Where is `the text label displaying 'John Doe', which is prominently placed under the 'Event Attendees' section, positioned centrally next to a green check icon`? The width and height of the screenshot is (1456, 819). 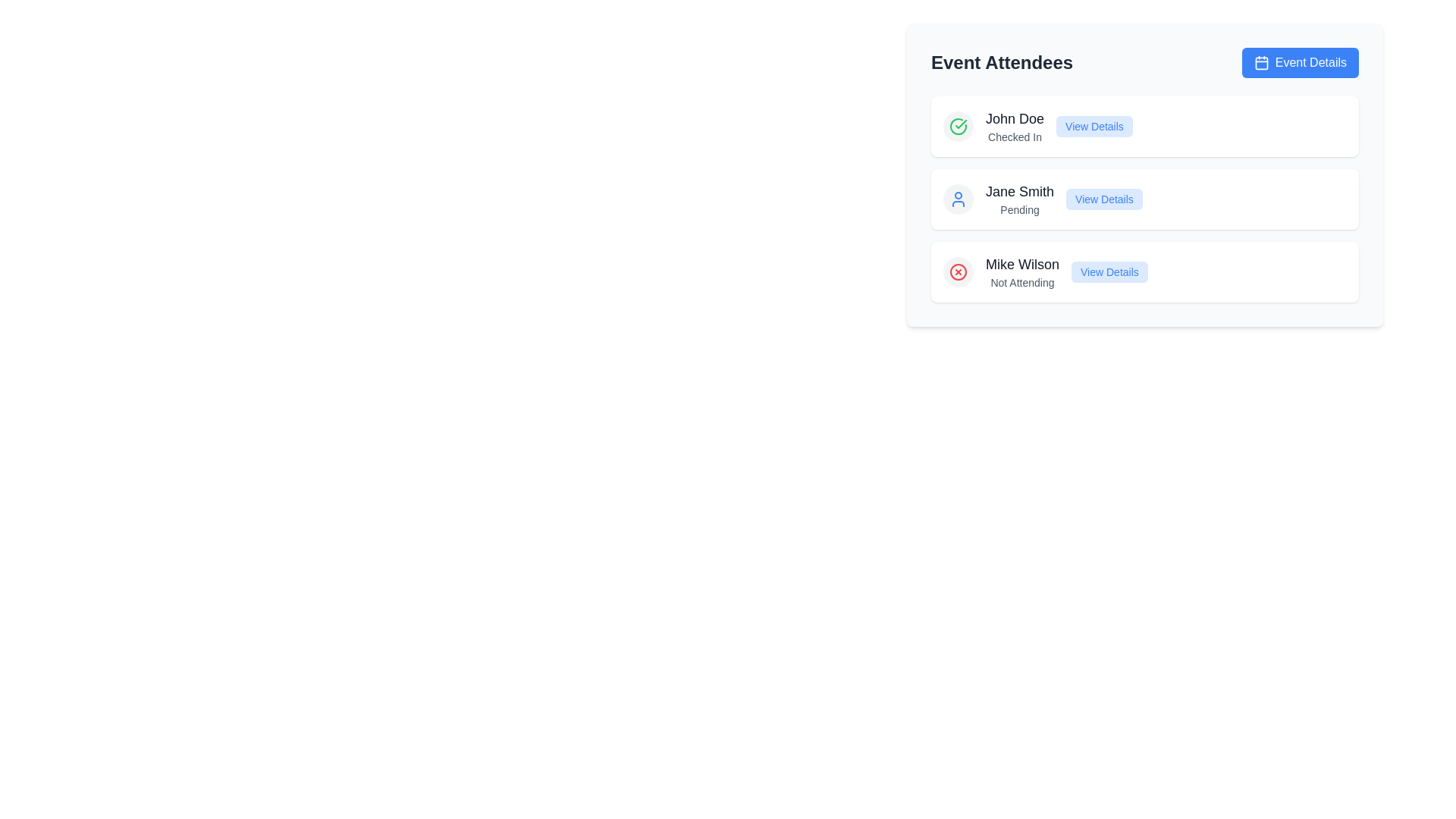 the text label displaying 'John Doe', which is prominently placed under the 'Event Attendees' section, positioned centrally next to a green check icon is located at coordinates (1015, 118).